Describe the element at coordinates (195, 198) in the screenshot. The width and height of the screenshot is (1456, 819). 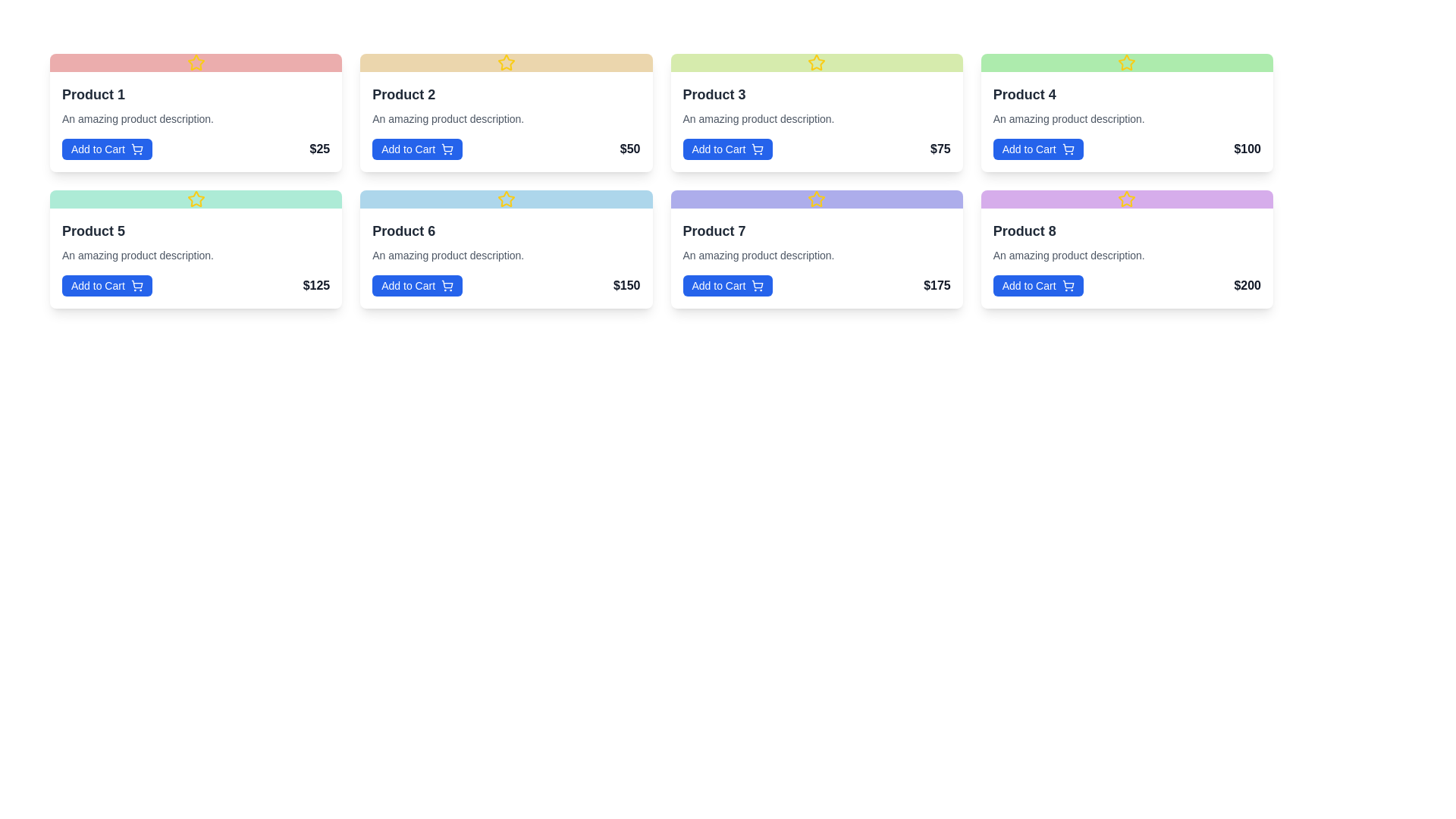
I see `the star icon with a hollow center outlined in bright yellow, located at the top-center of the 'Product 5' card within a green background header` at that location.